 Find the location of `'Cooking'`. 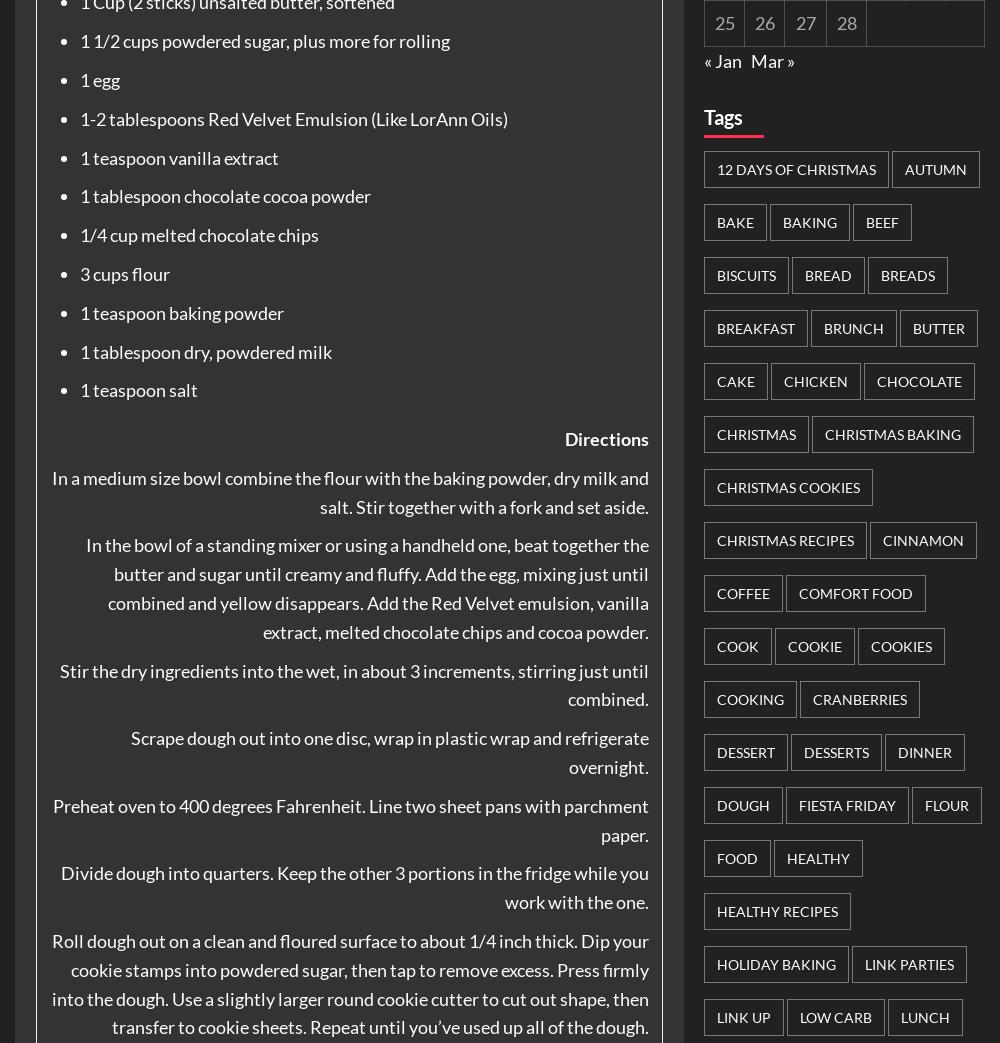

'Cooking' is located at coordinates (750, 698).